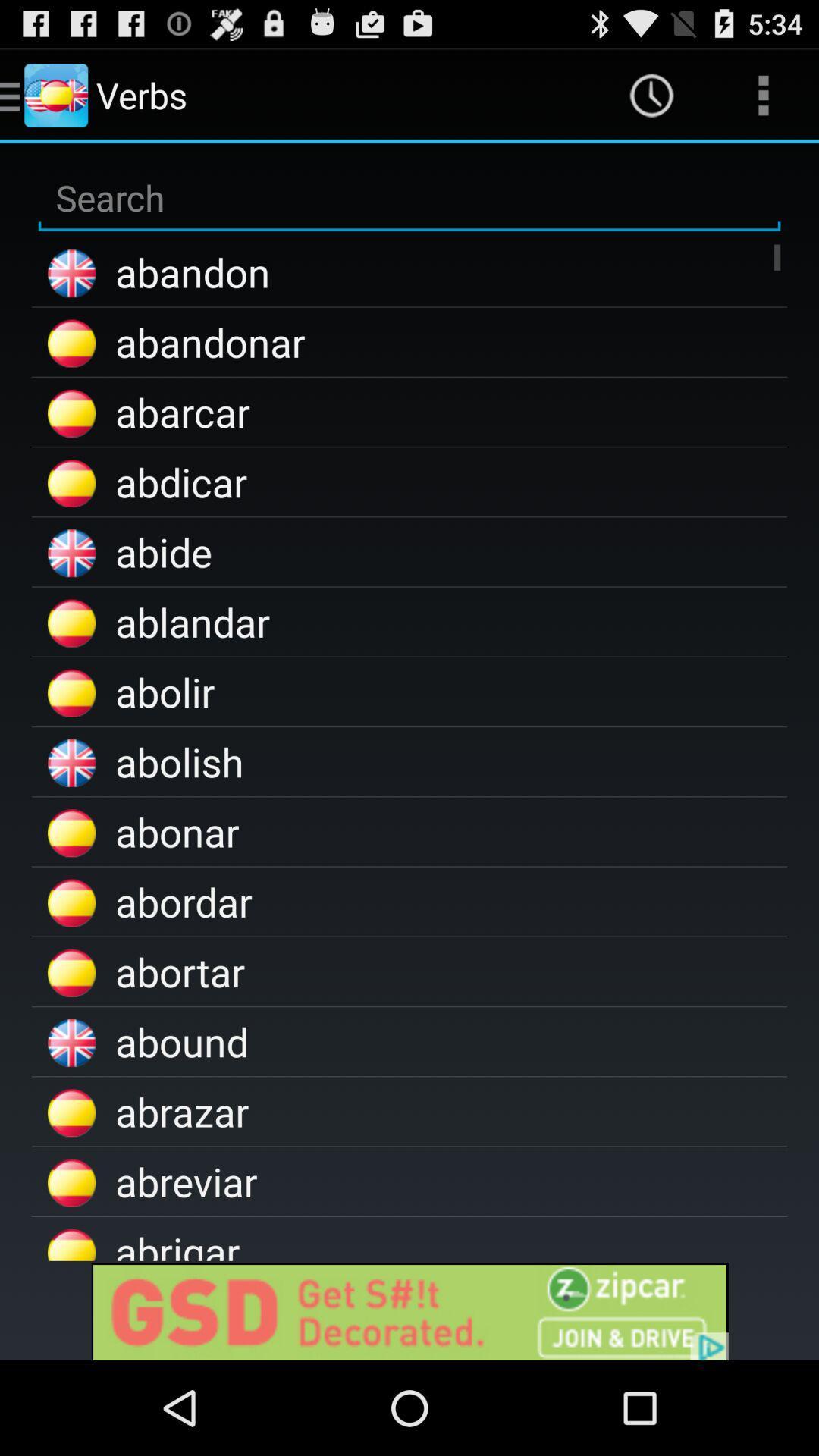 The height and width of the screenshot is (1456, 819). Describe the element at coordinates (409, 1310) in the screenshot. I see `advertisement` at that location.